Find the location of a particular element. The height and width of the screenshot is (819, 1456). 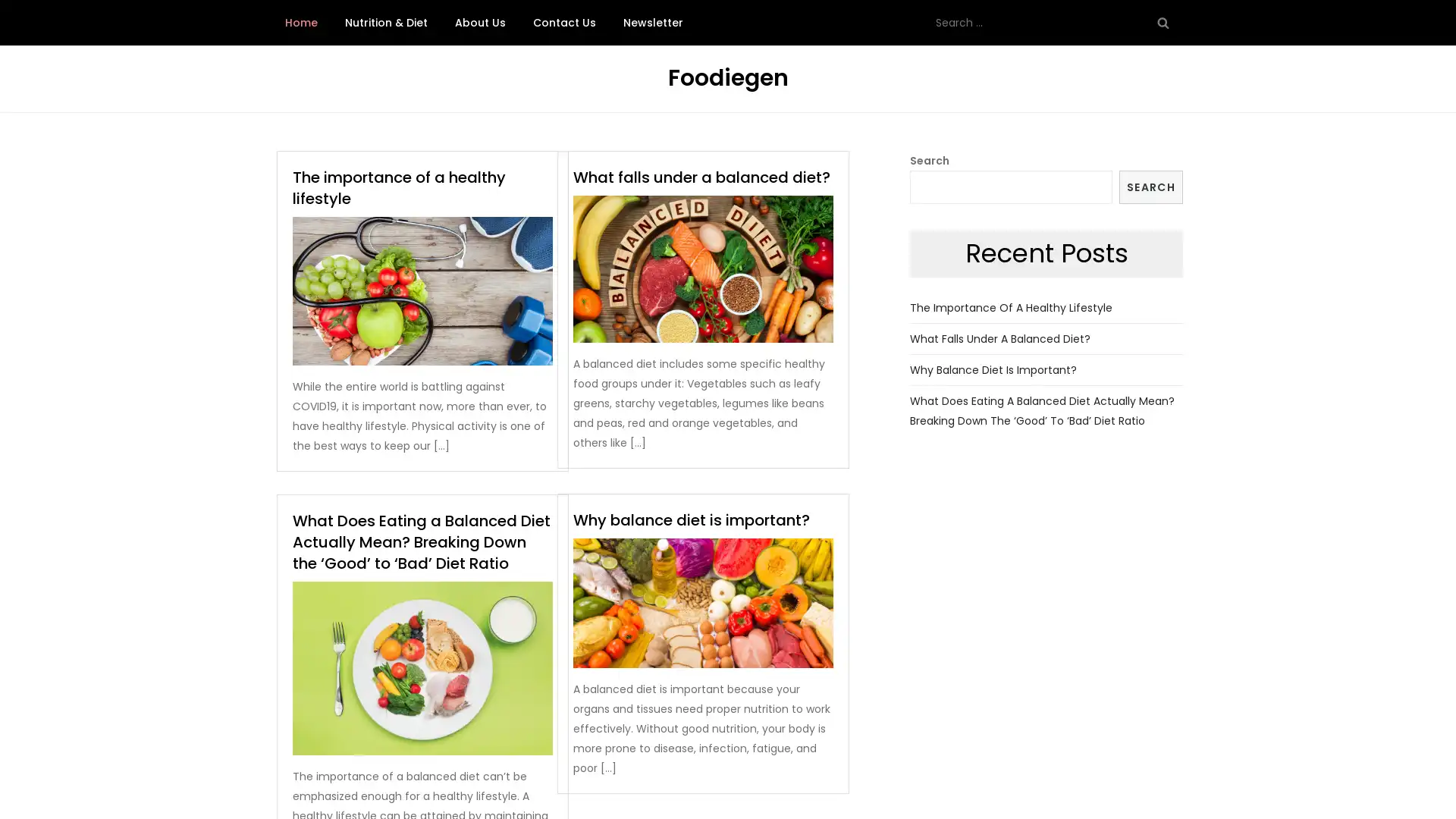

SEARCH is located at coordinates (1150, 186).